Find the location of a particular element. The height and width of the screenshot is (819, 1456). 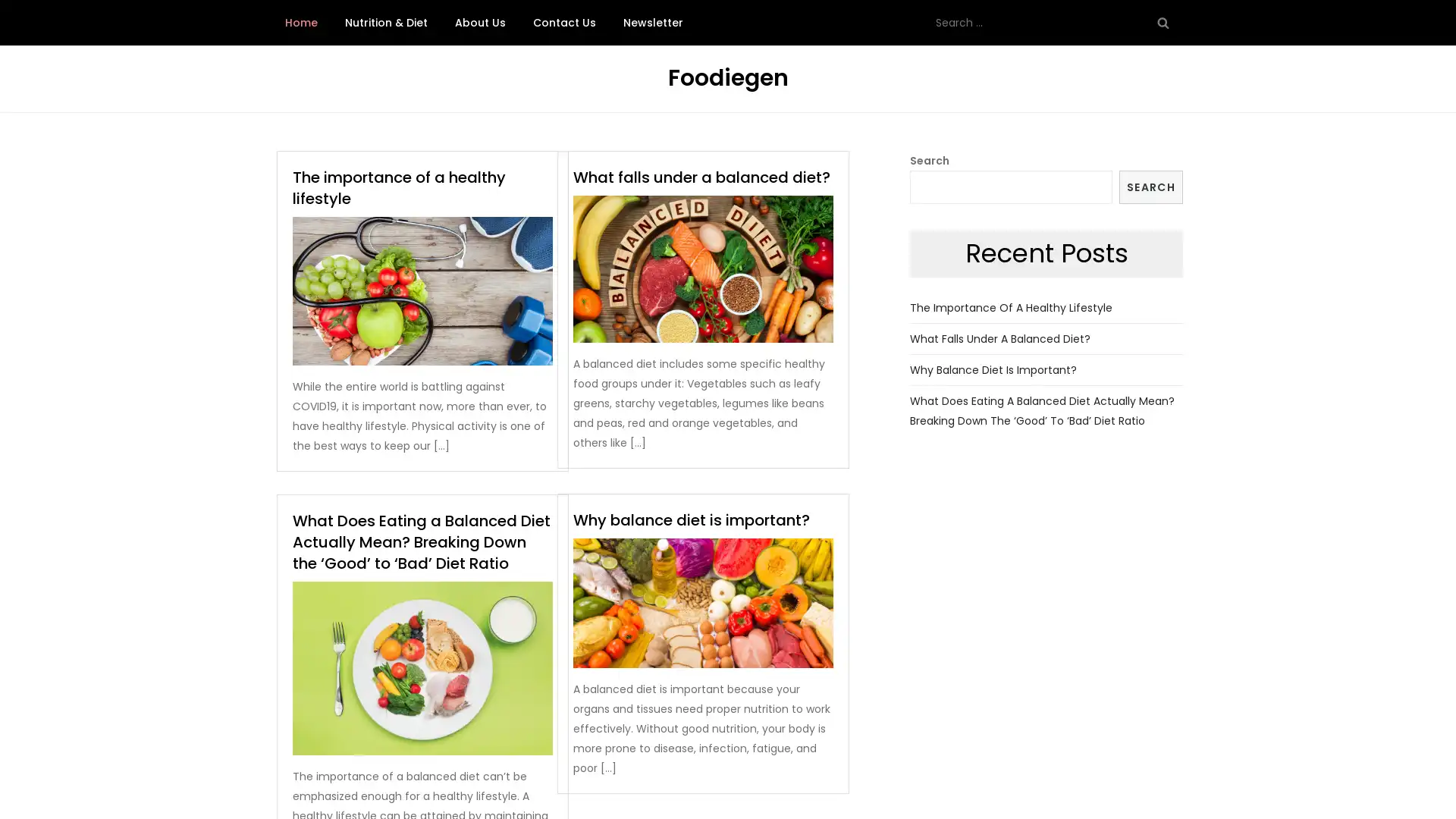

SEARCH is located at coordinates (1150, 186).